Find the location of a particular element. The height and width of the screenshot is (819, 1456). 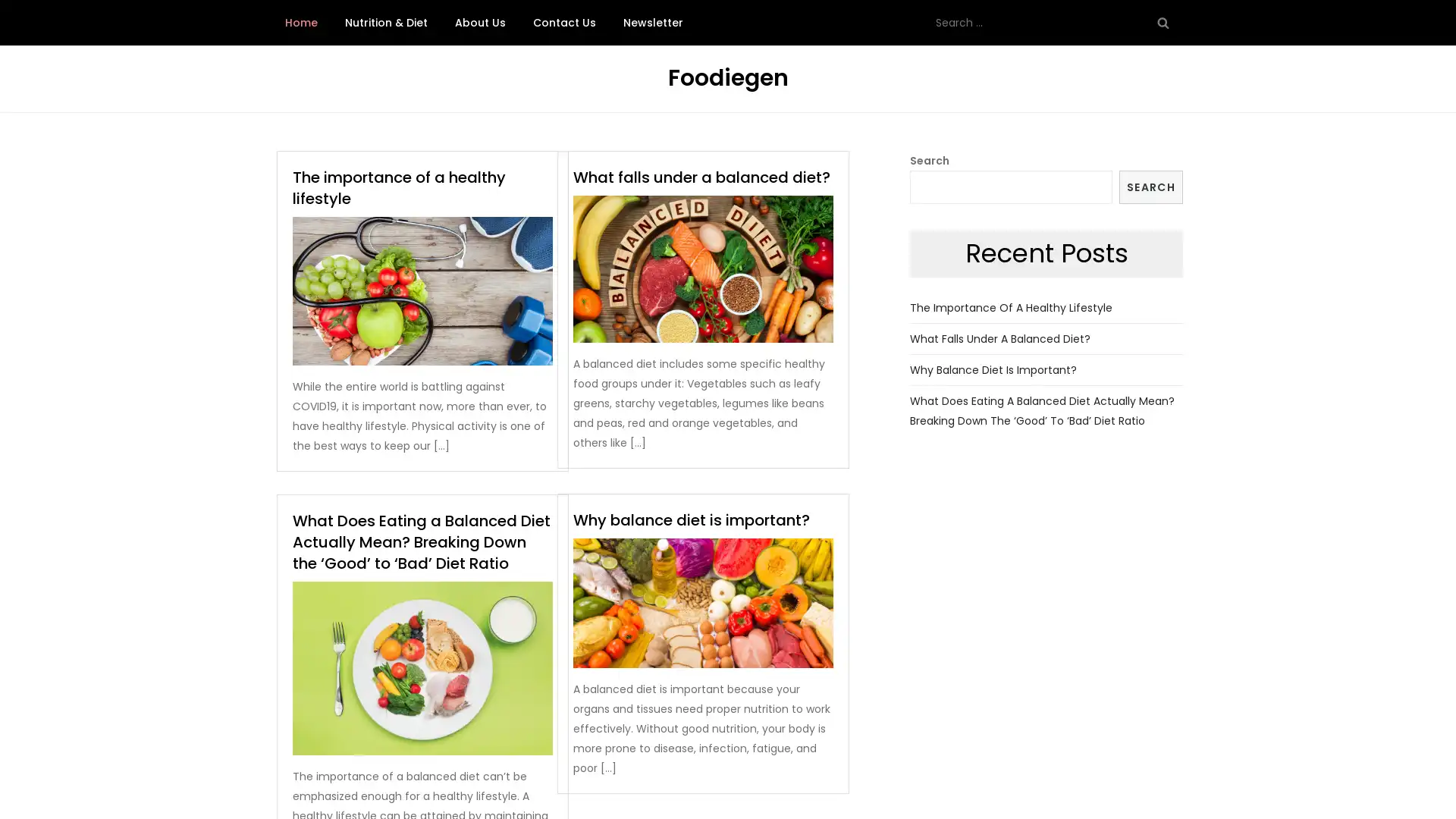

SEARCH is located at coordinates (1150, 186).